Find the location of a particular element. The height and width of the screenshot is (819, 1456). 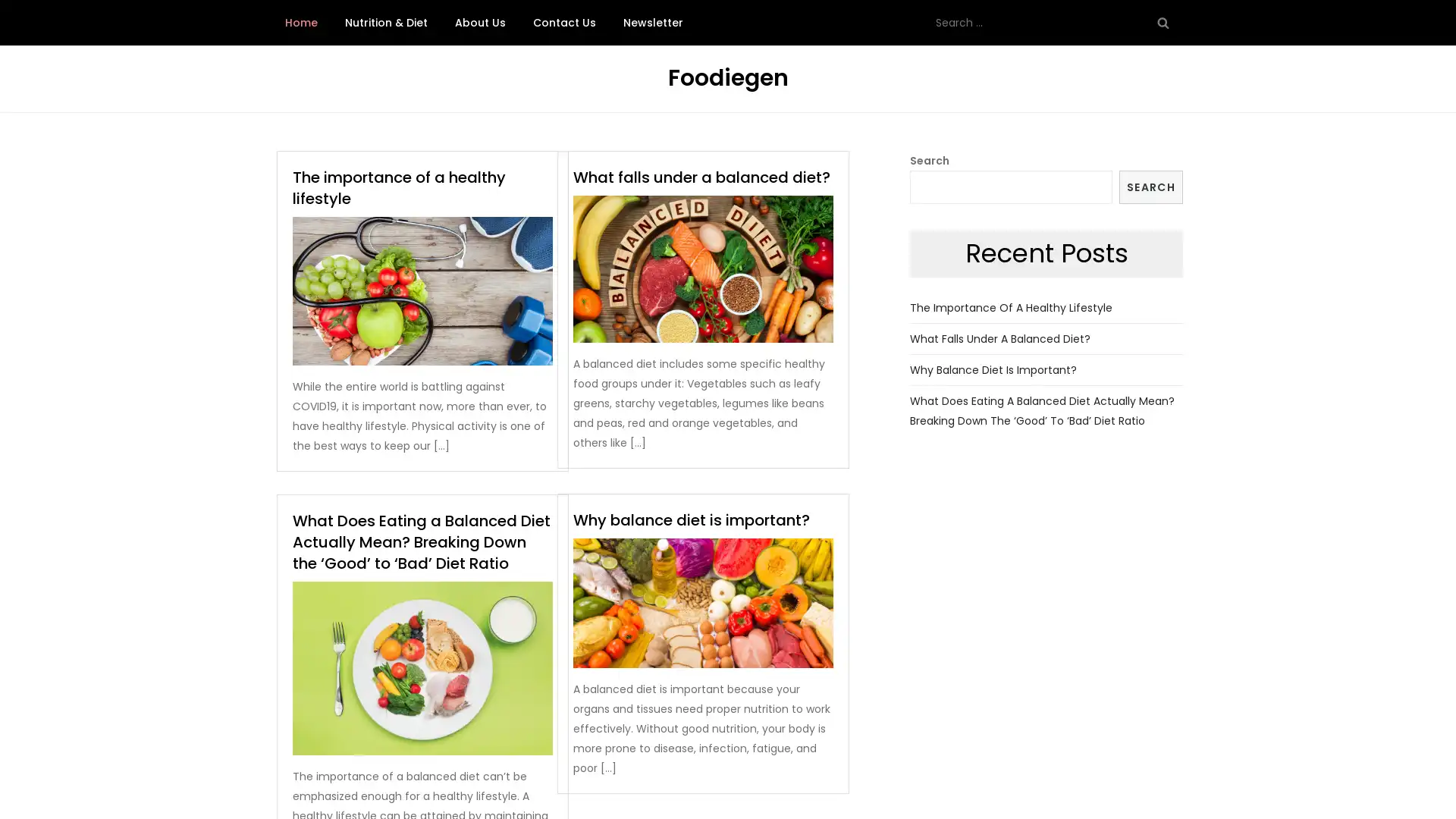

SEARCH is located at coordinates (1150, 186).